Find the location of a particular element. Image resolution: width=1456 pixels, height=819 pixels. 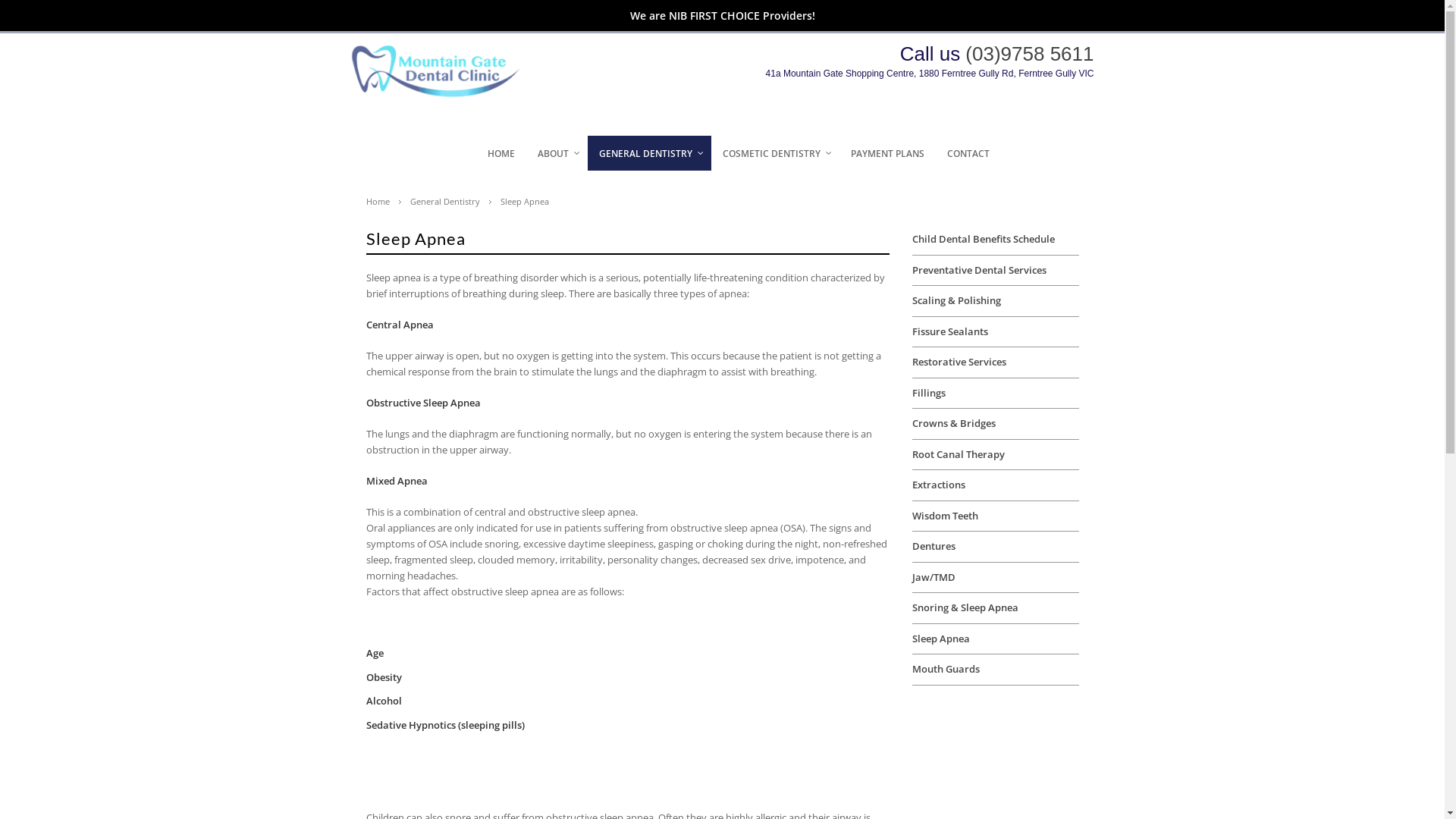

'Child Dental Benefits Schedule' is located at coordinates (983, 239).